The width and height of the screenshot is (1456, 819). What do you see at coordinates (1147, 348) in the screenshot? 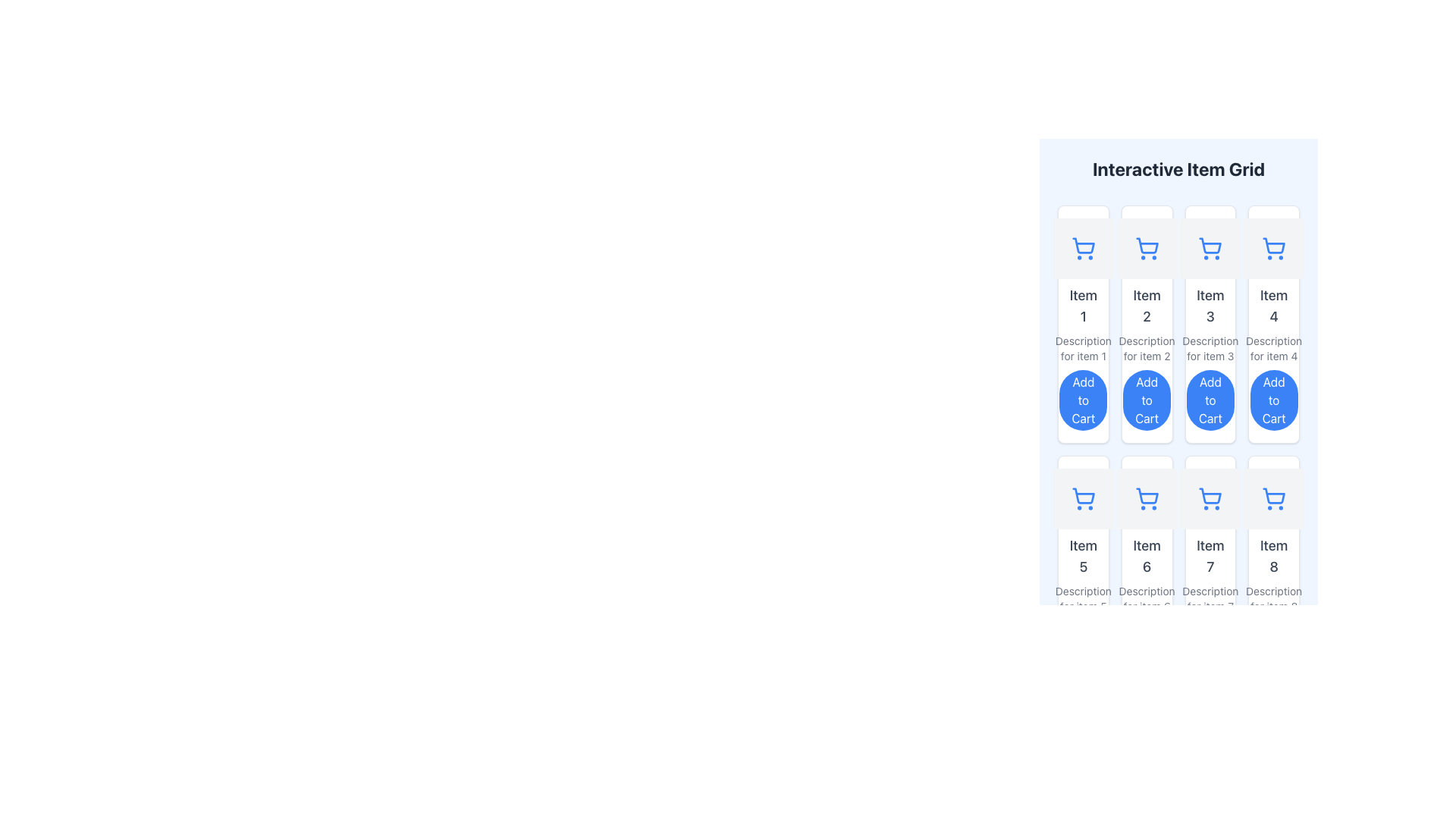
I see `text content of the label displaying 'Description for item 2', which is located below the heading 'Item 2' and above the 'Add to Cart' button in the interactive item grid` at bounding box center [1147, 348].